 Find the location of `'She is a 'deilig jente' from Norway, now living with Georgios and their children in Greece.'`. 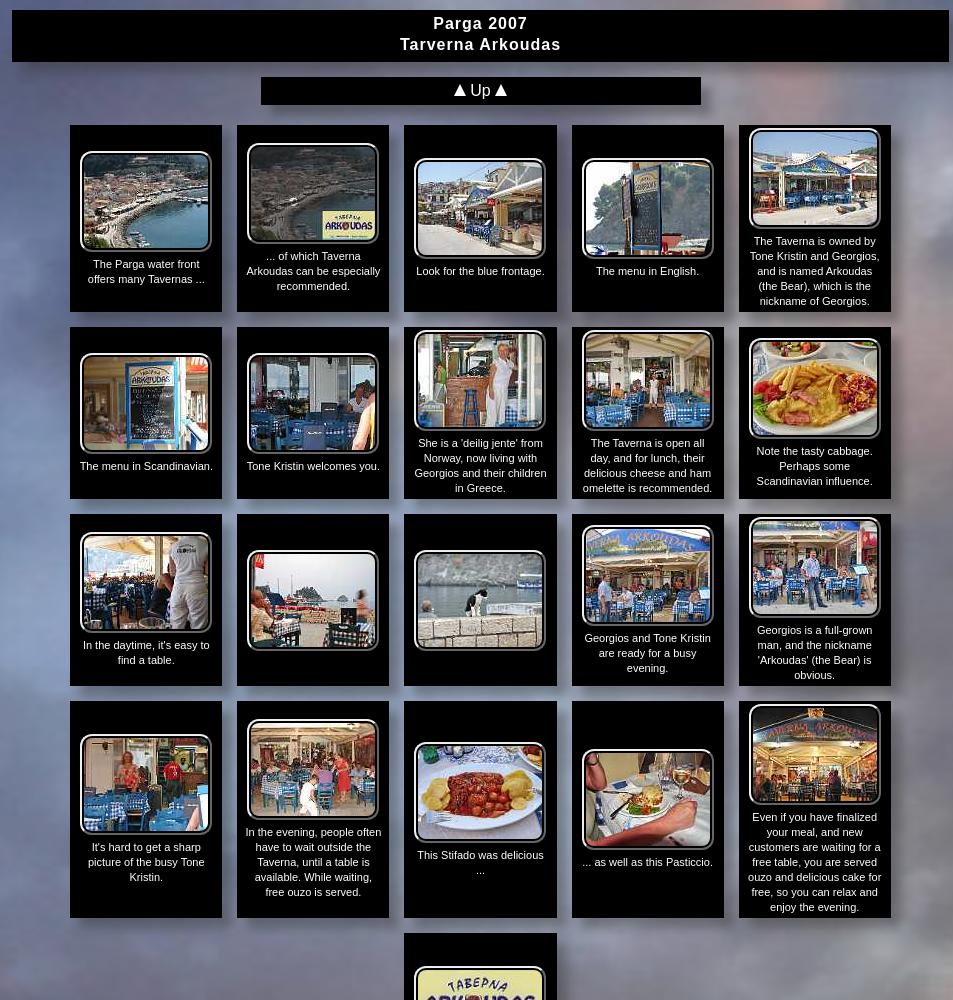

'She is a 'deilig jente' from Norway, now living with Georgios and their children in Greece.' is located at coordinates (480, 464).